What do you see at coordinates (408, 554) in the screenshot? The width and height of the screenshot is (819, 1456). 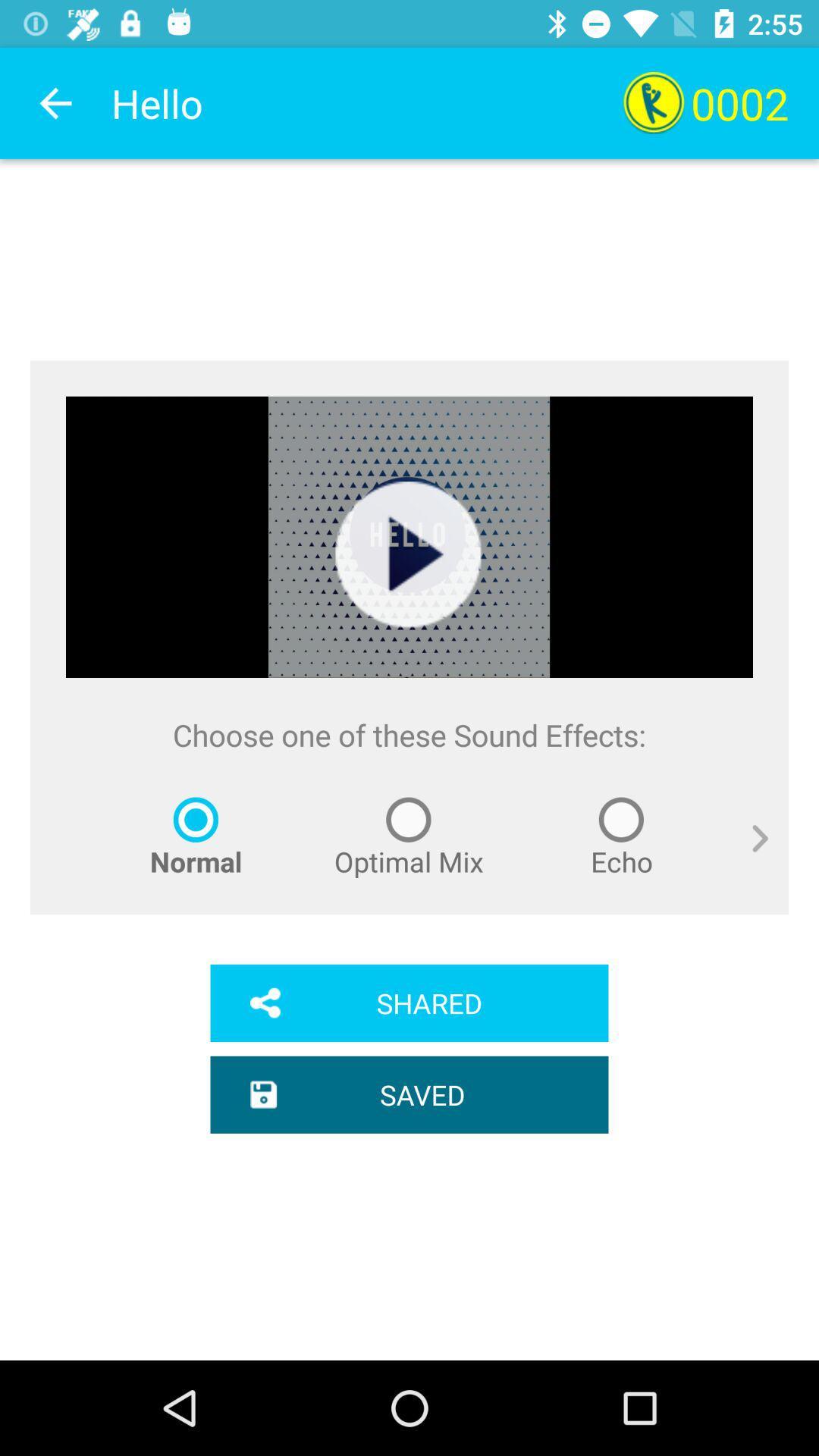 I see `item above choose one of icon` at bounding box center [408, 554].